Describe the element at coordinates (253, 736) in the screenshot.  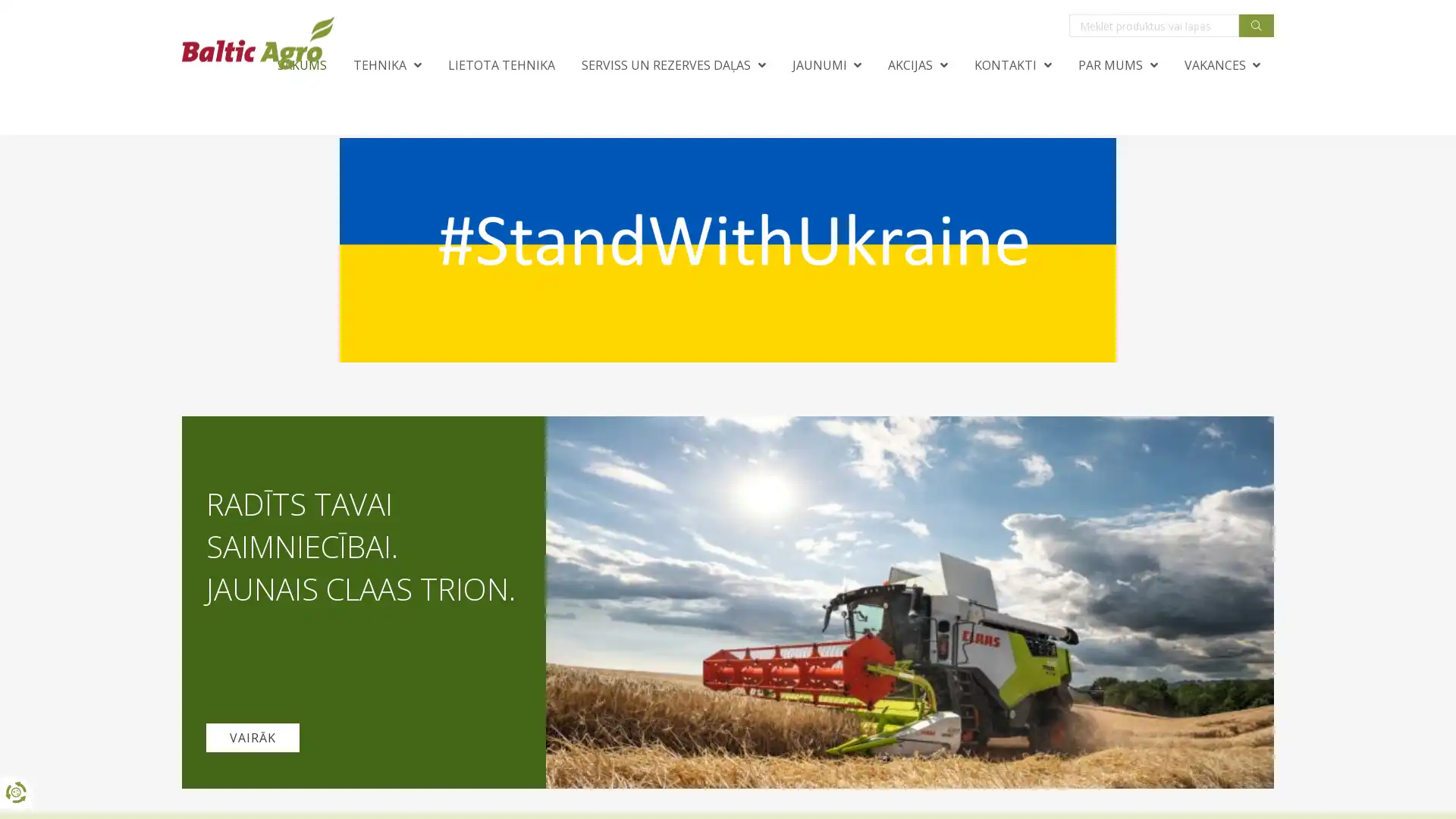
I see `VAIRAK` at that location.